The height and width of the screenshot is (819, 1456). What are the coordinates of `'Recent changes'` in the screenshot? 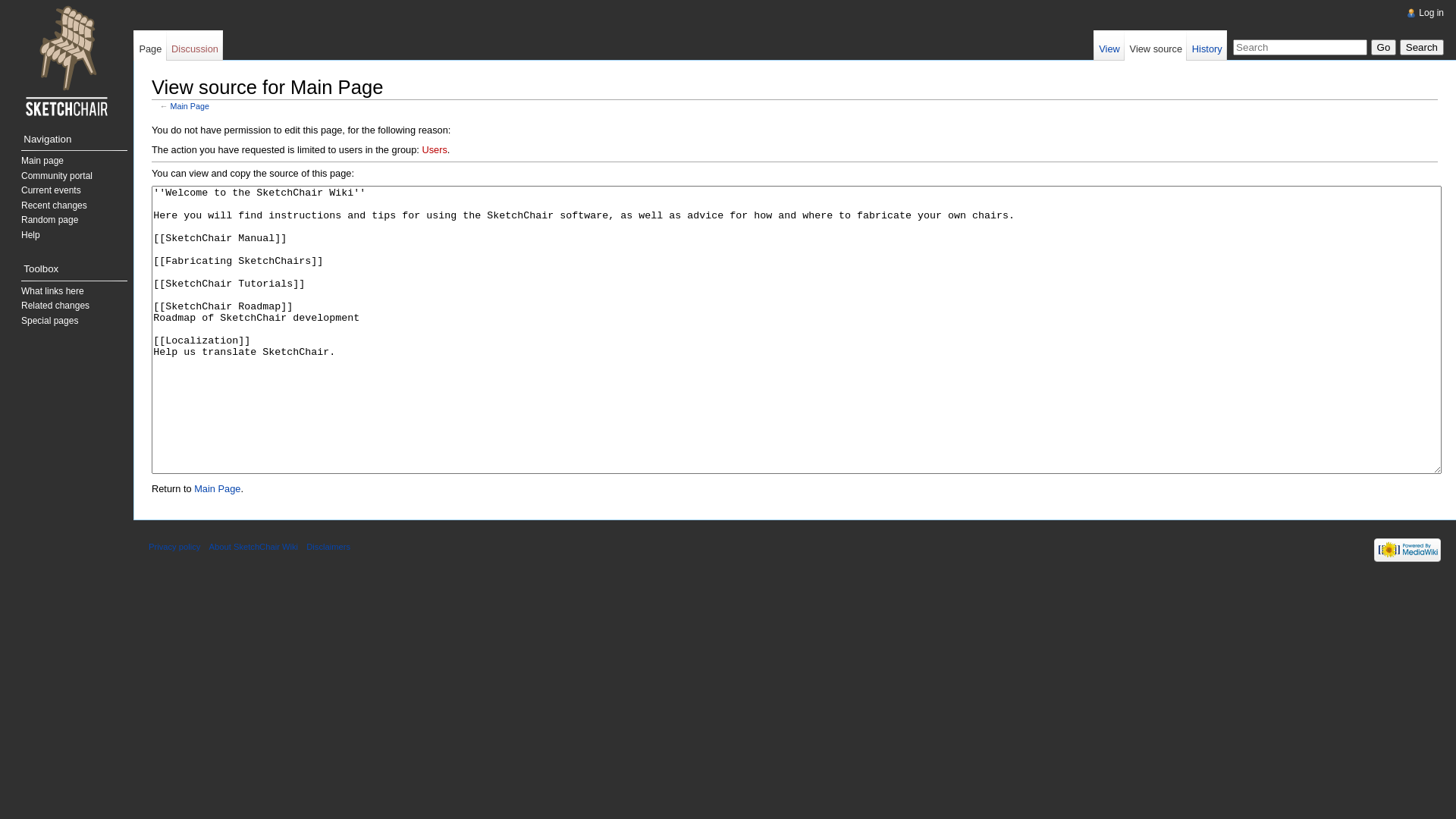 It's located at (54, 205).